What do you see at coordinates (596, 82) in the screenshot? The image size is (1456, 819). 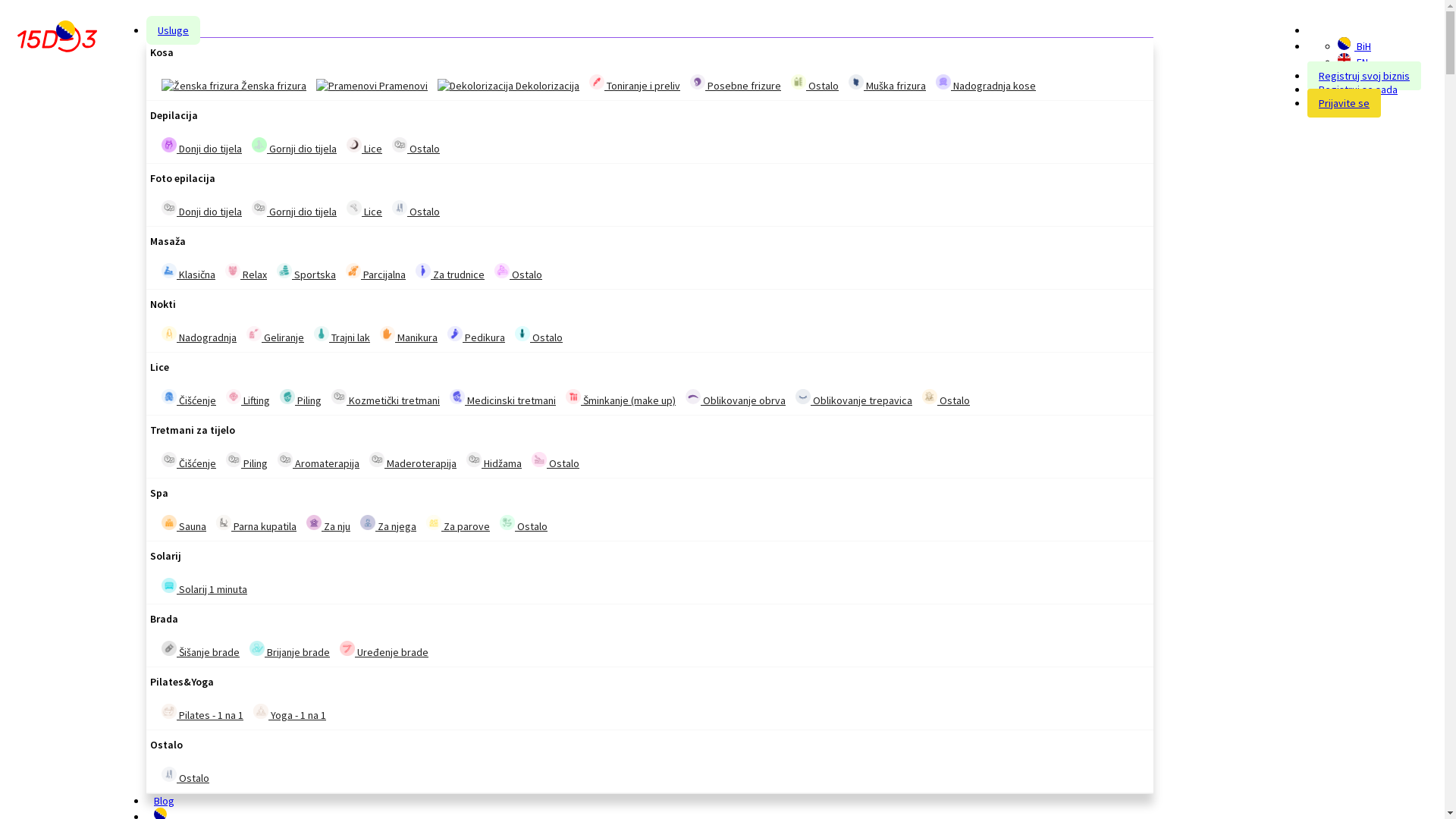 I see `'Toniranje i preliv'` at bounding box center [596, 82].